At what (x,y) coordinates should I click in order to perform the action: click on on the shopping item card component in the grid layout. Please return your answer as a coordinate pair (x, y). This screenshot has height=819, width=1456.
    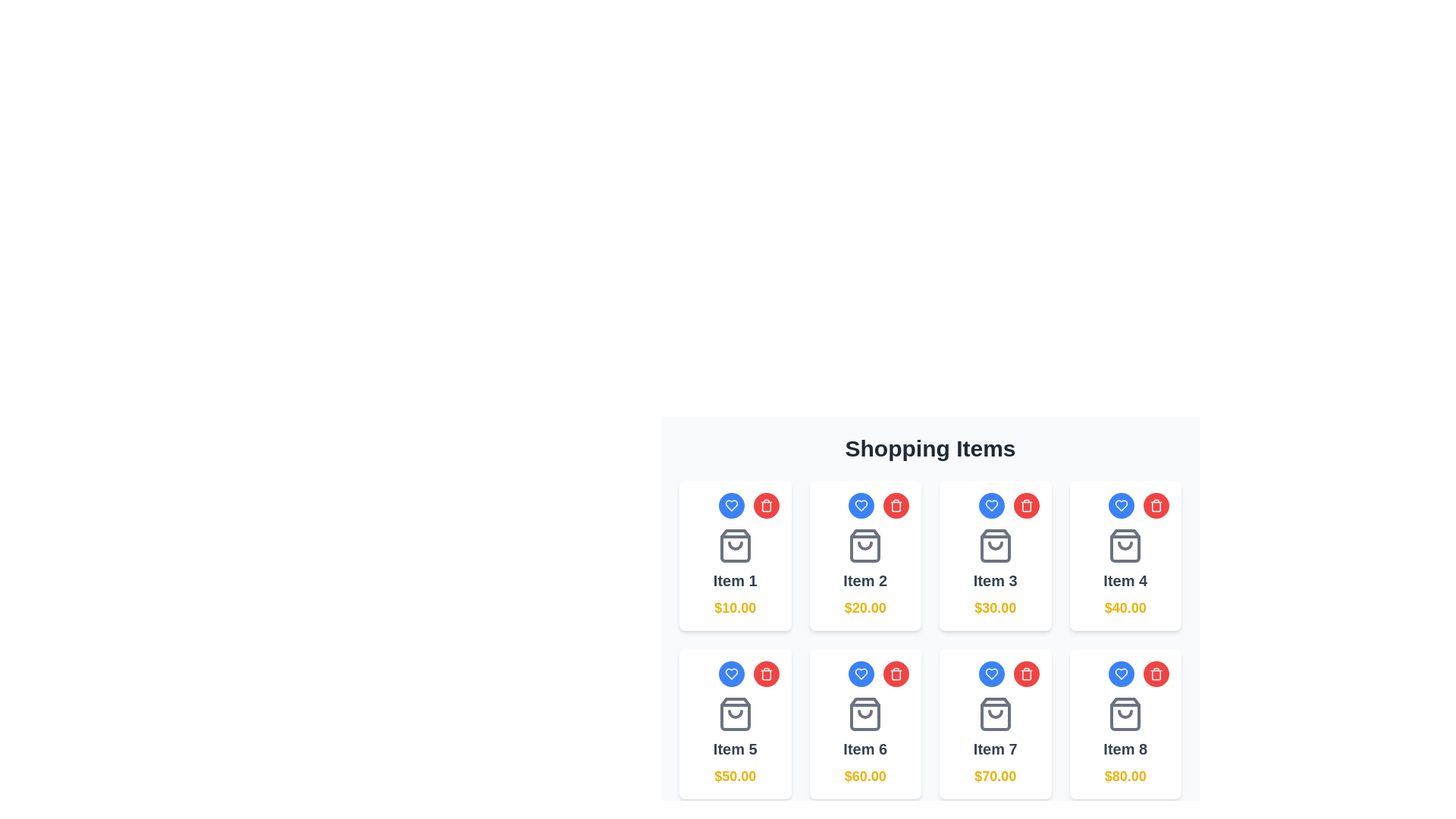
    Looking at the image, I should click on (865, 555).